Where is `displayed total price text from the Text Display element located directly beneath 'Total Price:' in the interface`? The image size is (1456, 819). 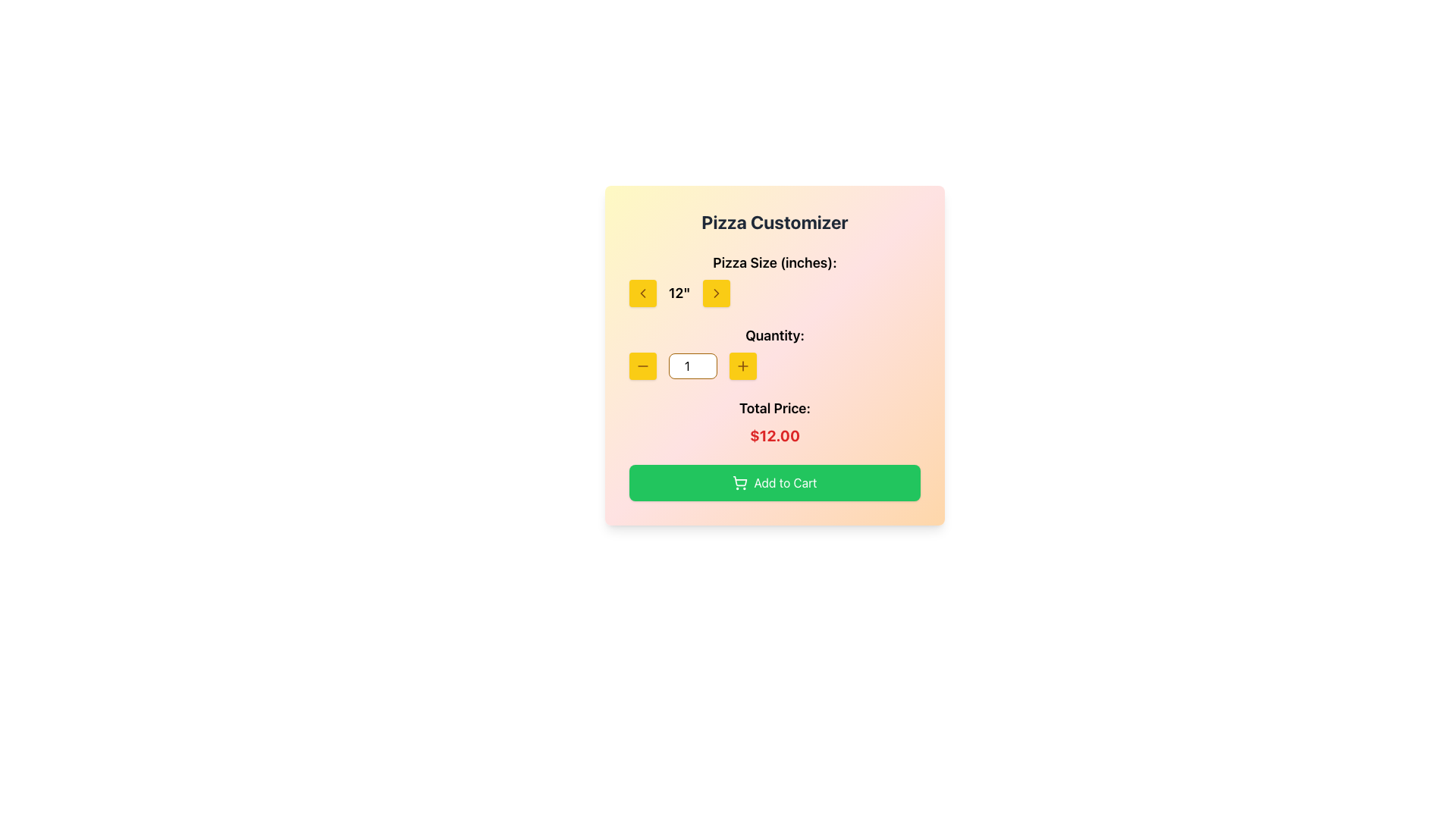
displayed total price text from the Text Display element located directly beneath 'Total Price:' in the interface is located at coordinates (775, 435).